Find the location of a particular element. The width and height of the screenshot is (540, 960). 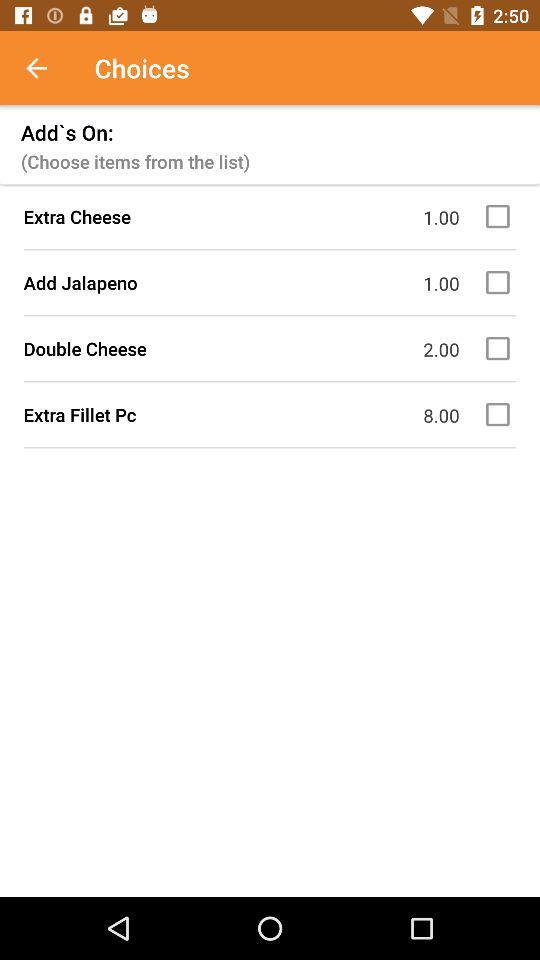

extra cheese is located at coordinates (500, 216).